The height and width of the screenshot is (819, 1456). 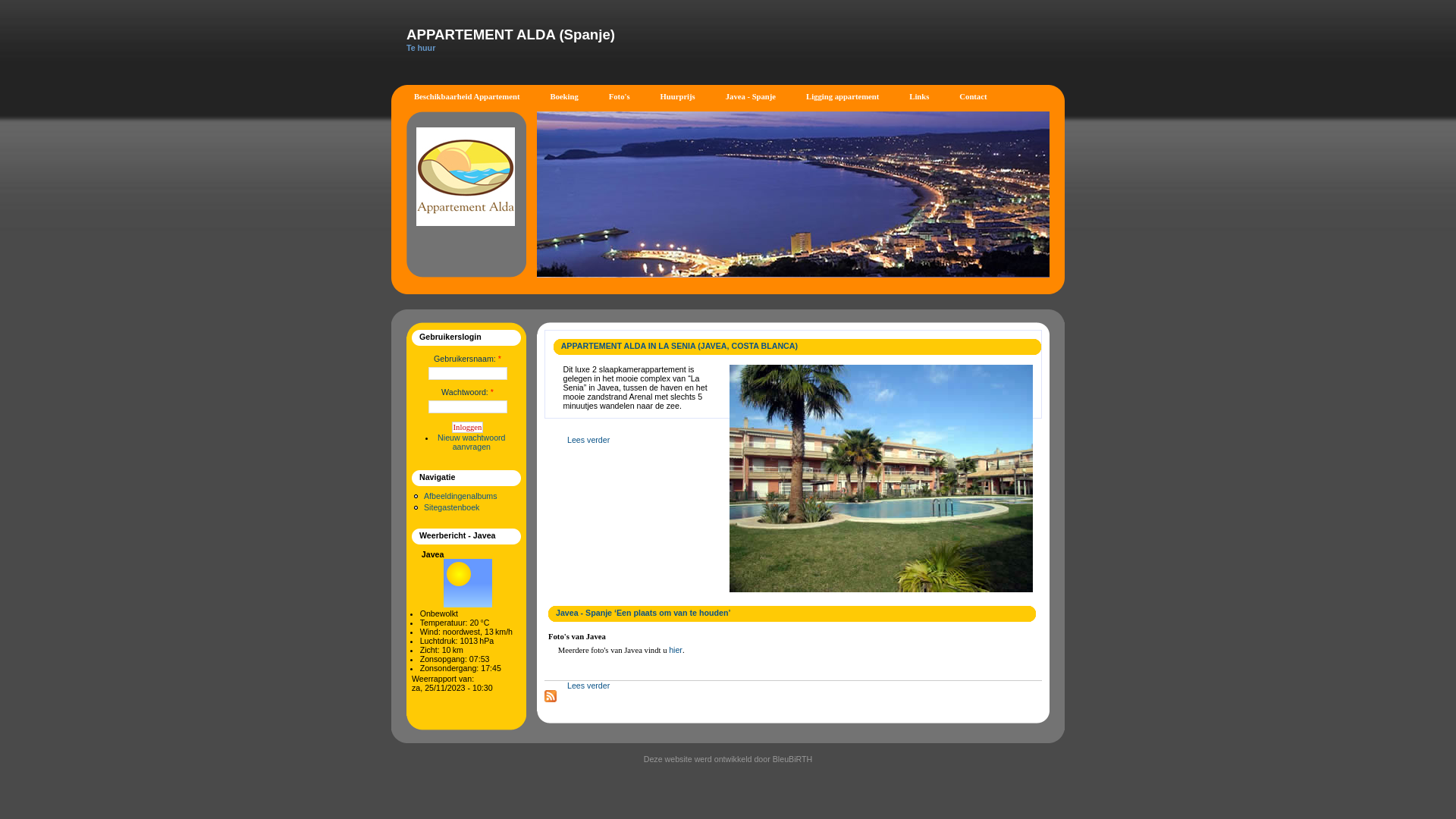 I want to click on 'Huurprijs', so click(x=645, y=96).